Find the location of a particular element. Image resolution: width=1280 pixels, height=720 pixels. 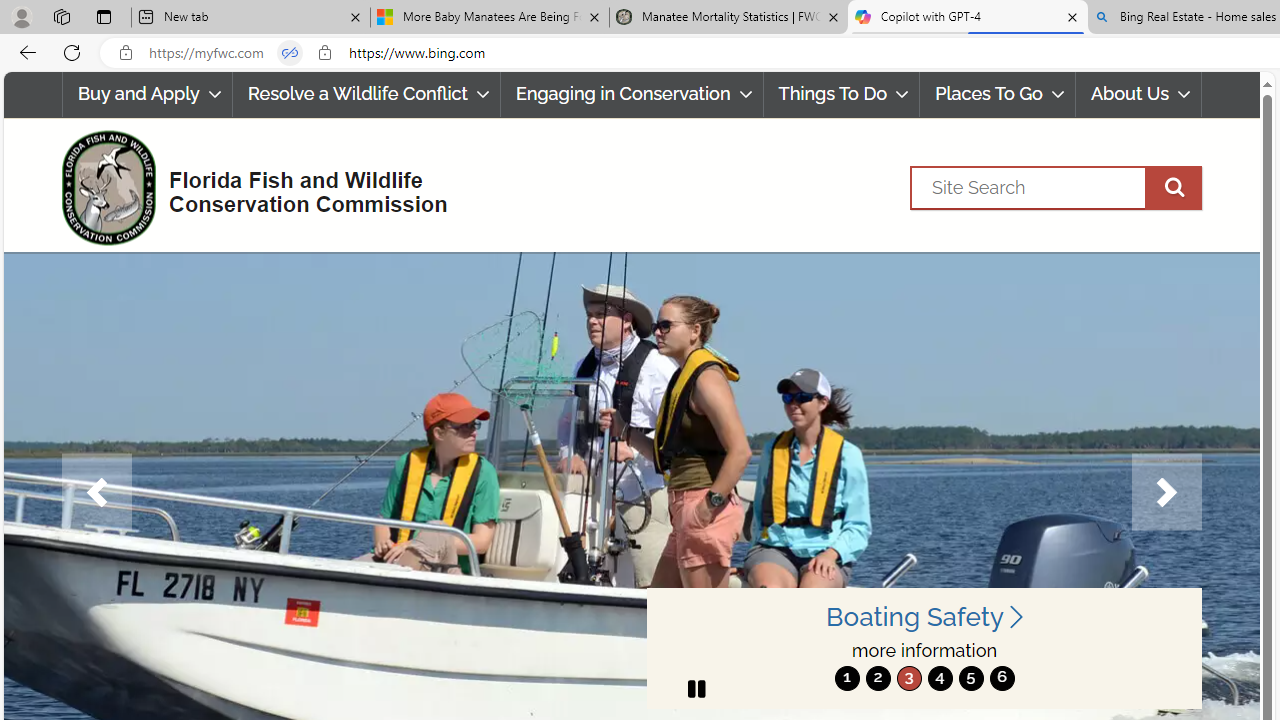

'Manatee Mortality Statistics | FWC' is located at coordinates (728, 17).